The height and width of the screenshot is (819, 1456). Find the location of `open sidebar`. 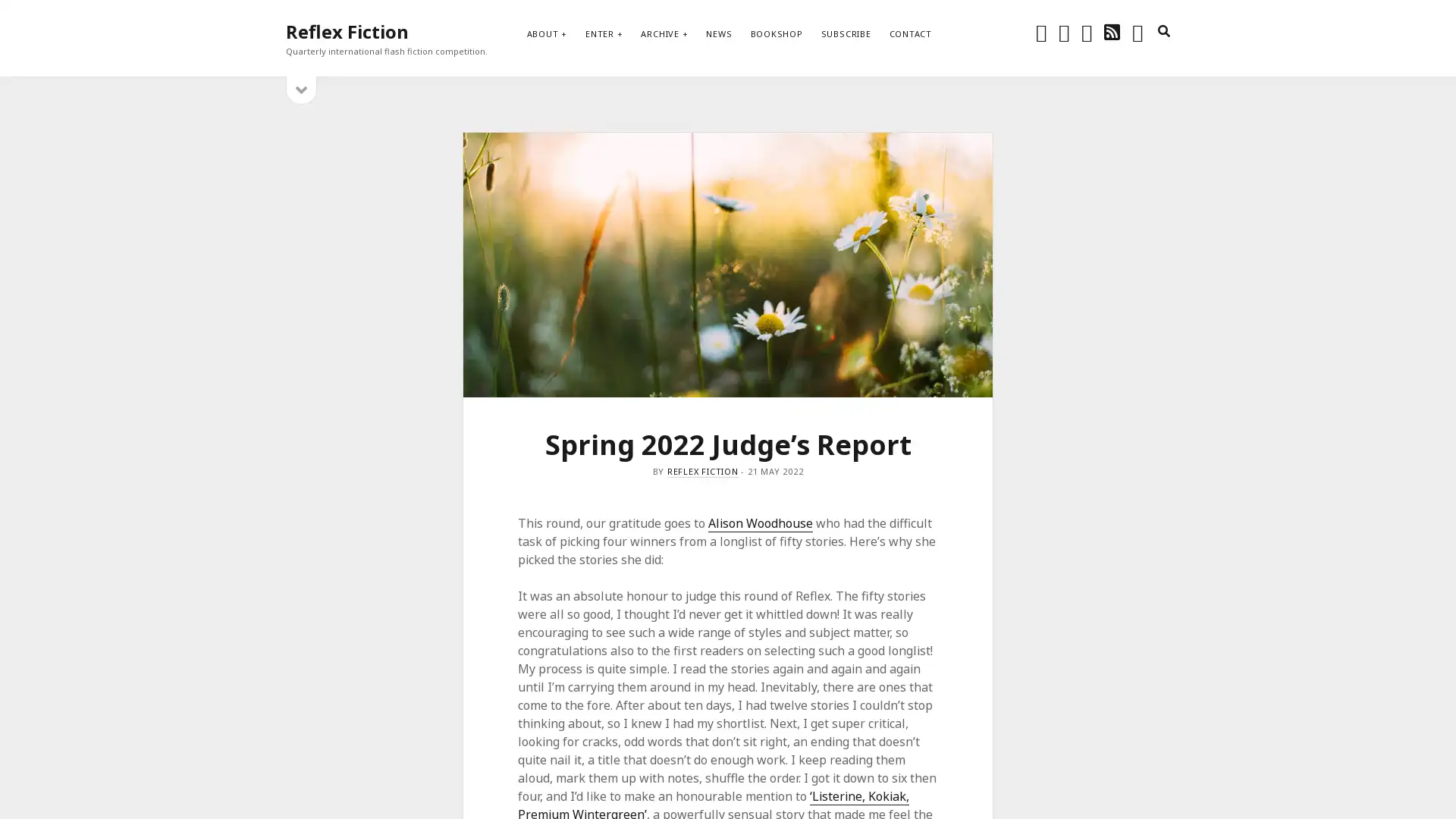

open sidebar is located at coordinates (300, 90).